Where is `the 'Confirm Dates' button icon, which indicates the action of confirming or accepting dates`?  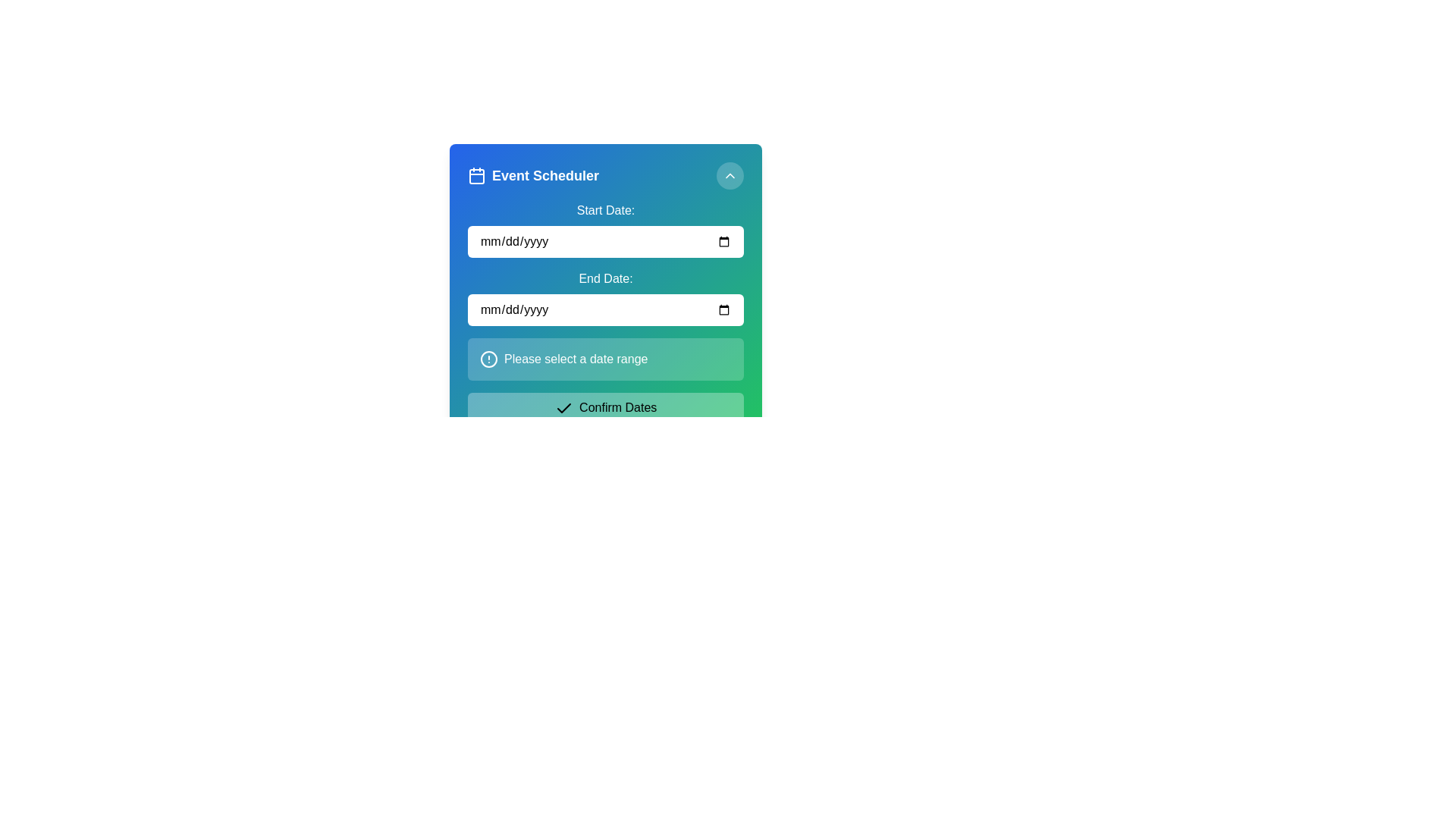
the 'Confirm Dates' button icon, which indicates the action of confirming or accepting dates is located at coordinates (563, 407).